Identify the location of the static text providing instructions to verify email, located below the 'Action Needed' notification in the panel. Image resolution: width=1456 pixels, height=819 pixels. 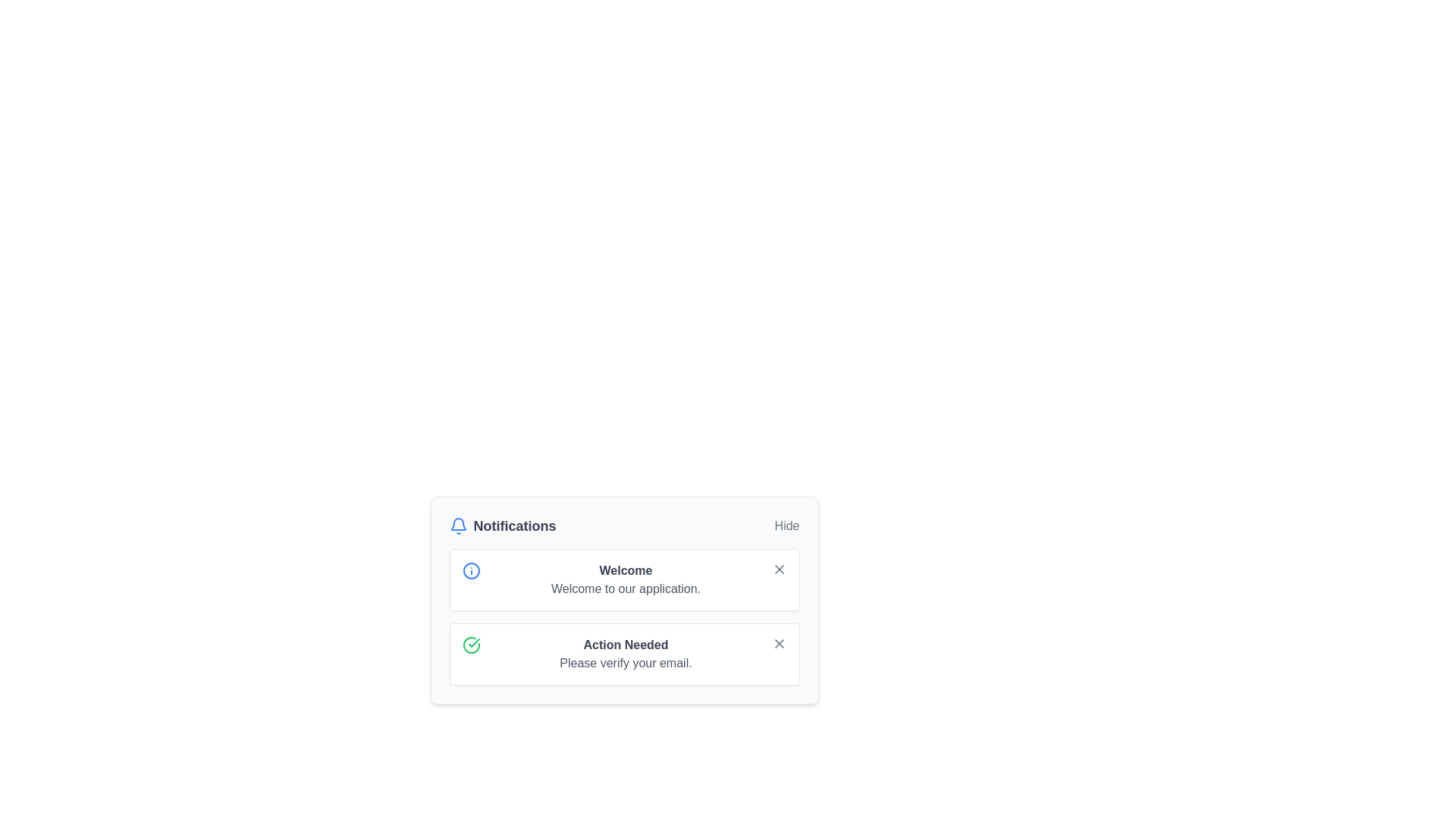
(626, 663).